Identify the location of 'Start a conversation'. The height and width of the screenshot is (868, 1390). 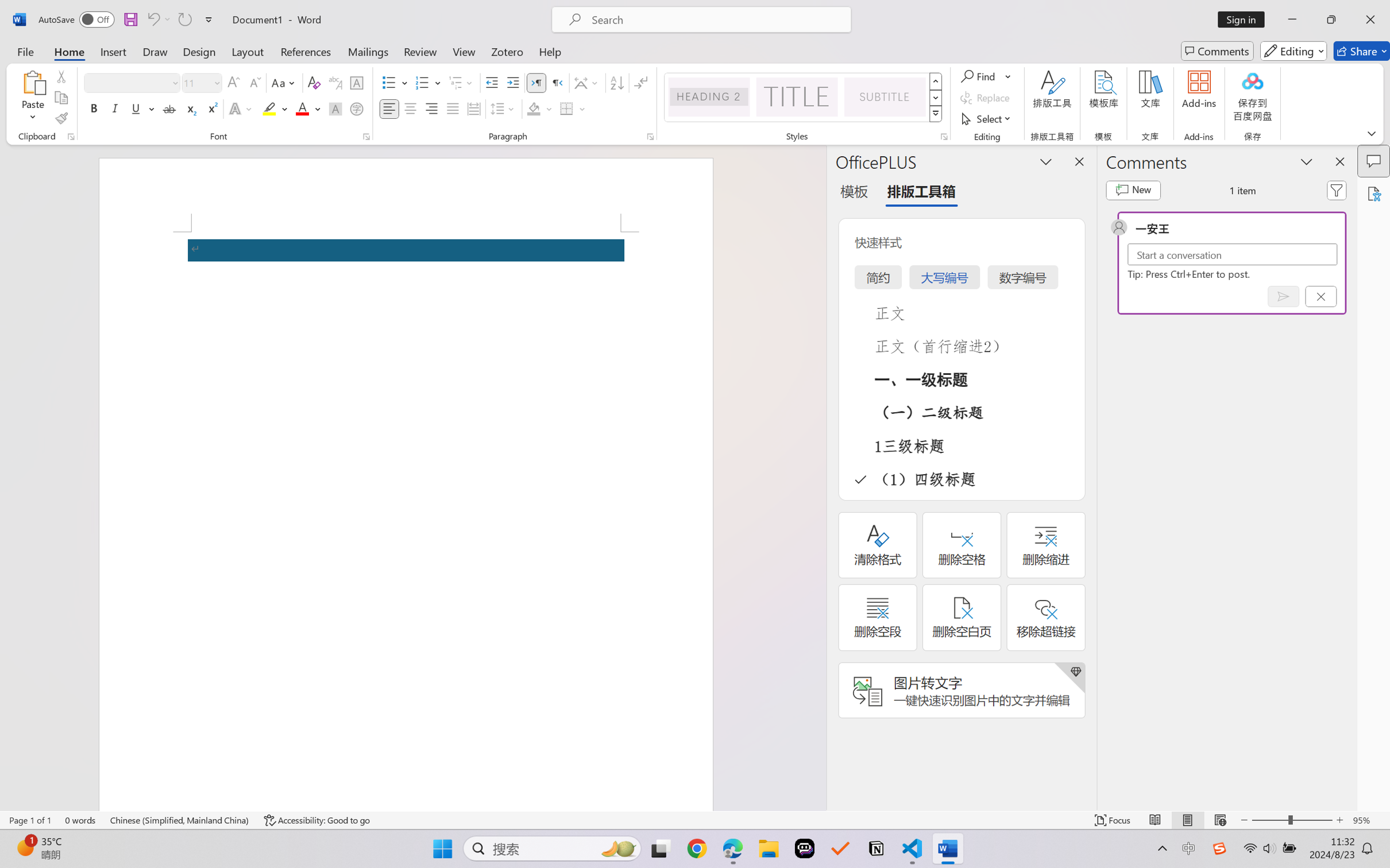
(1232, 254).